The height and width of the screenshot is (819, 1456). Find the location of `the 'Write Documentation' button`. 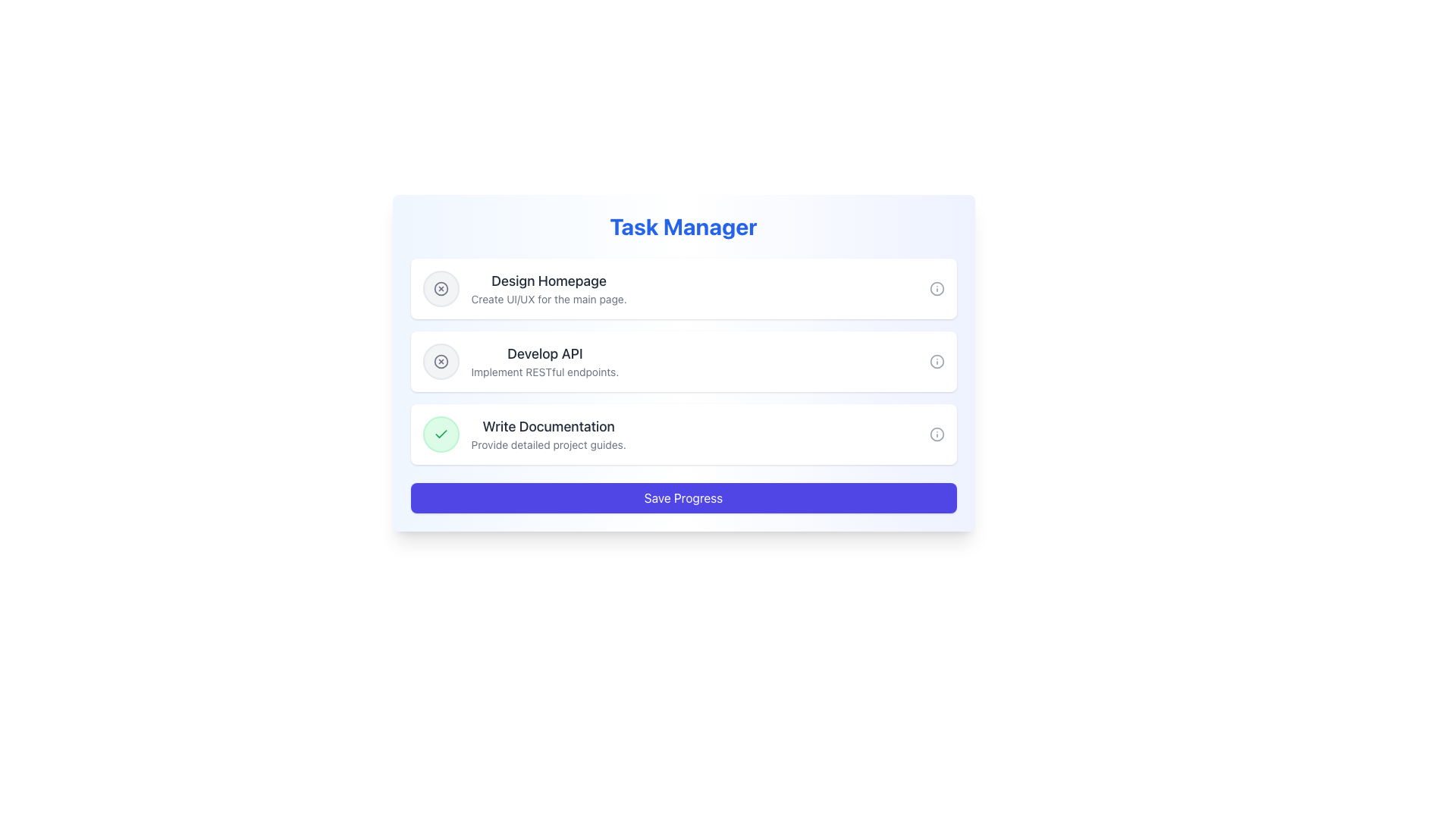

the 'Write Documentation' button is located at coordinates (440, 435).